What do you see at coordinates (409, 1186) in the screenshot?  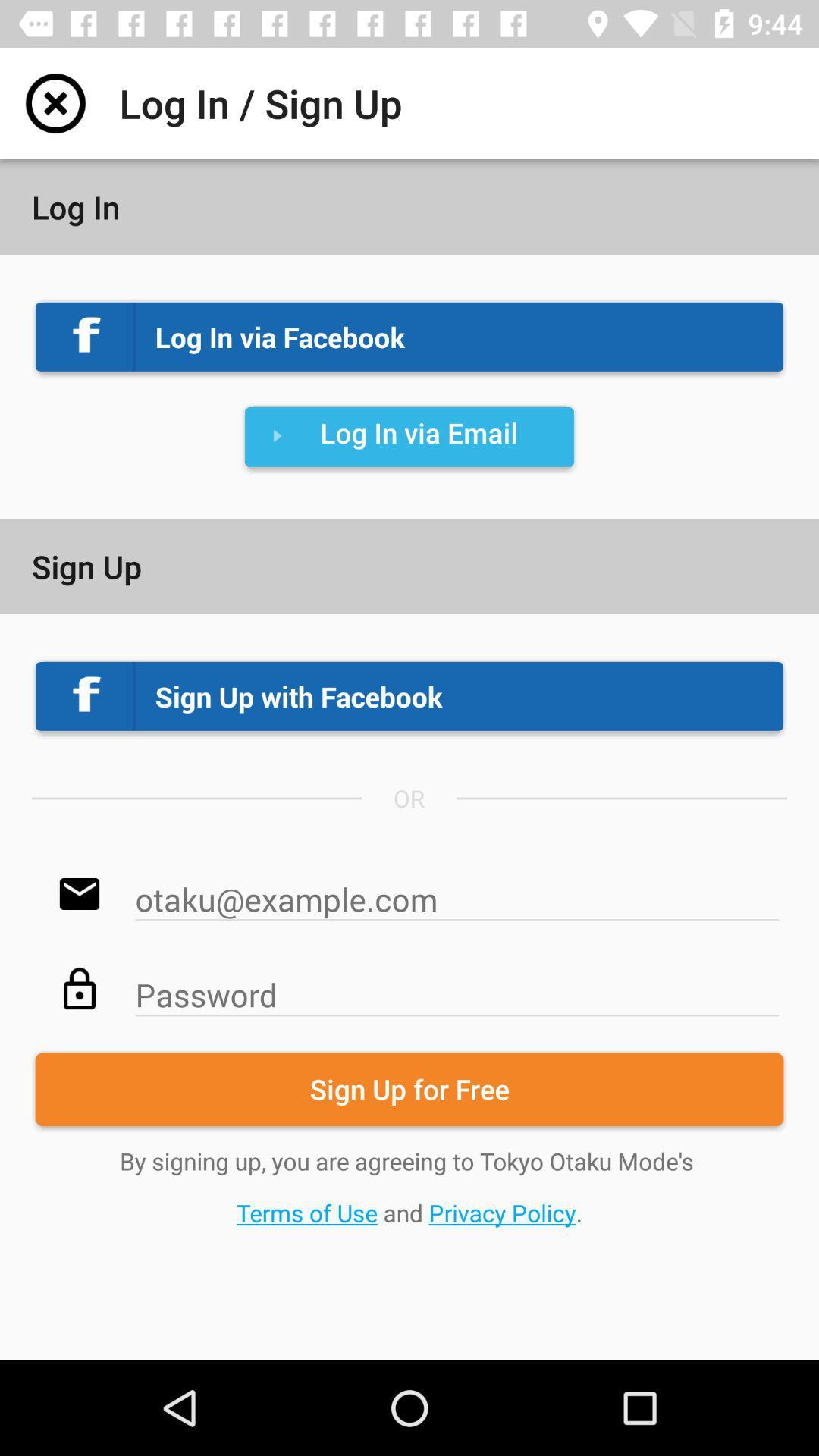 I see `the by signing up icon` at bounding box center [409, 1186].